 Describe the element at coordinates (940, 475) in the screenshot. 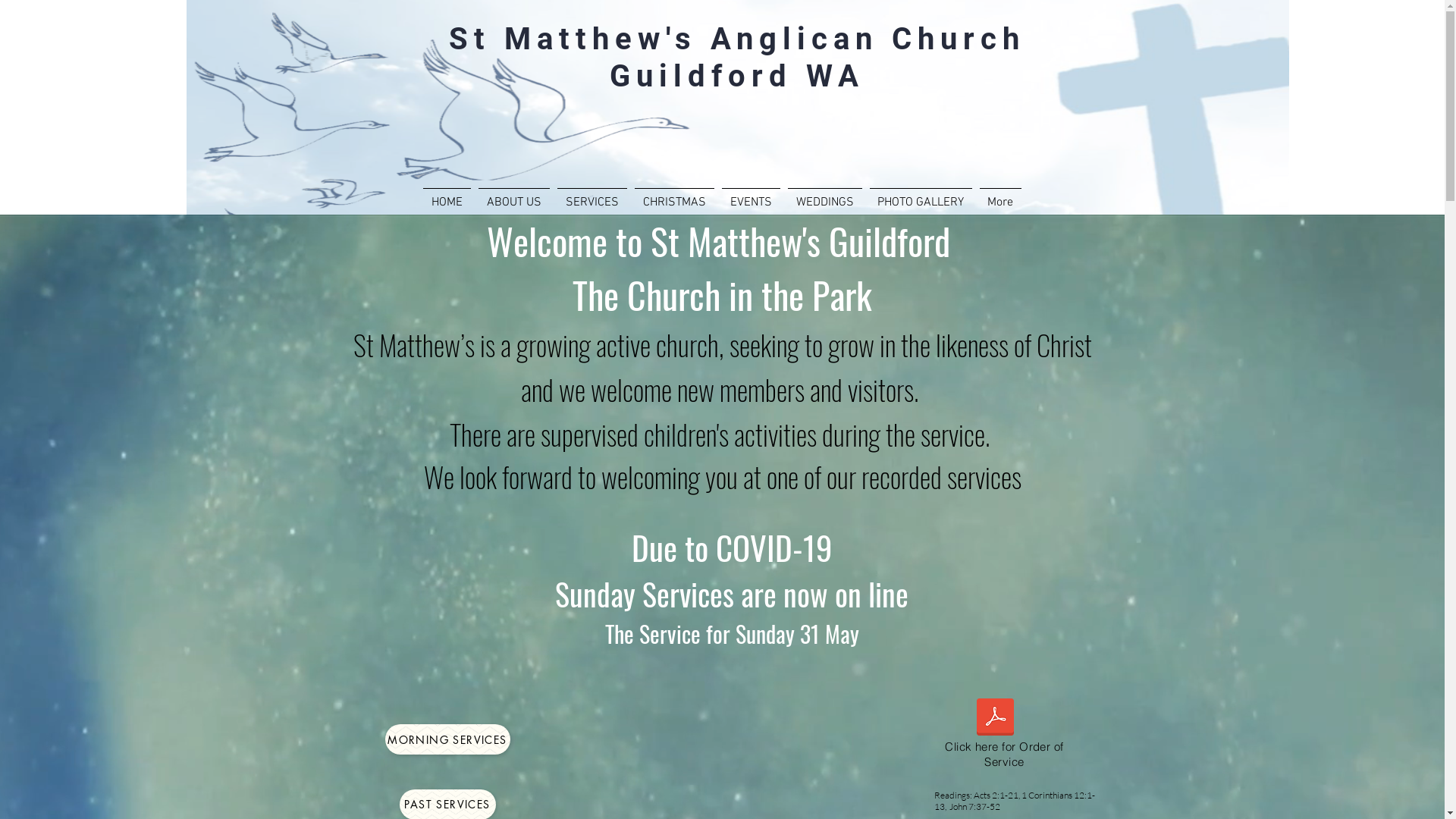

I see `'recorded services'` at that location.